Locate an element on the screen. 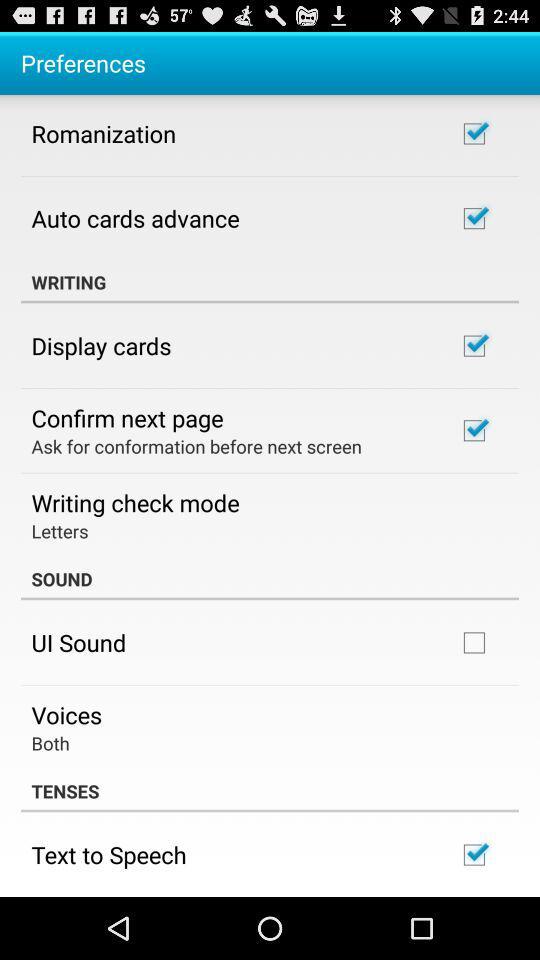  the tenses item is located at coordinates (270, 791).